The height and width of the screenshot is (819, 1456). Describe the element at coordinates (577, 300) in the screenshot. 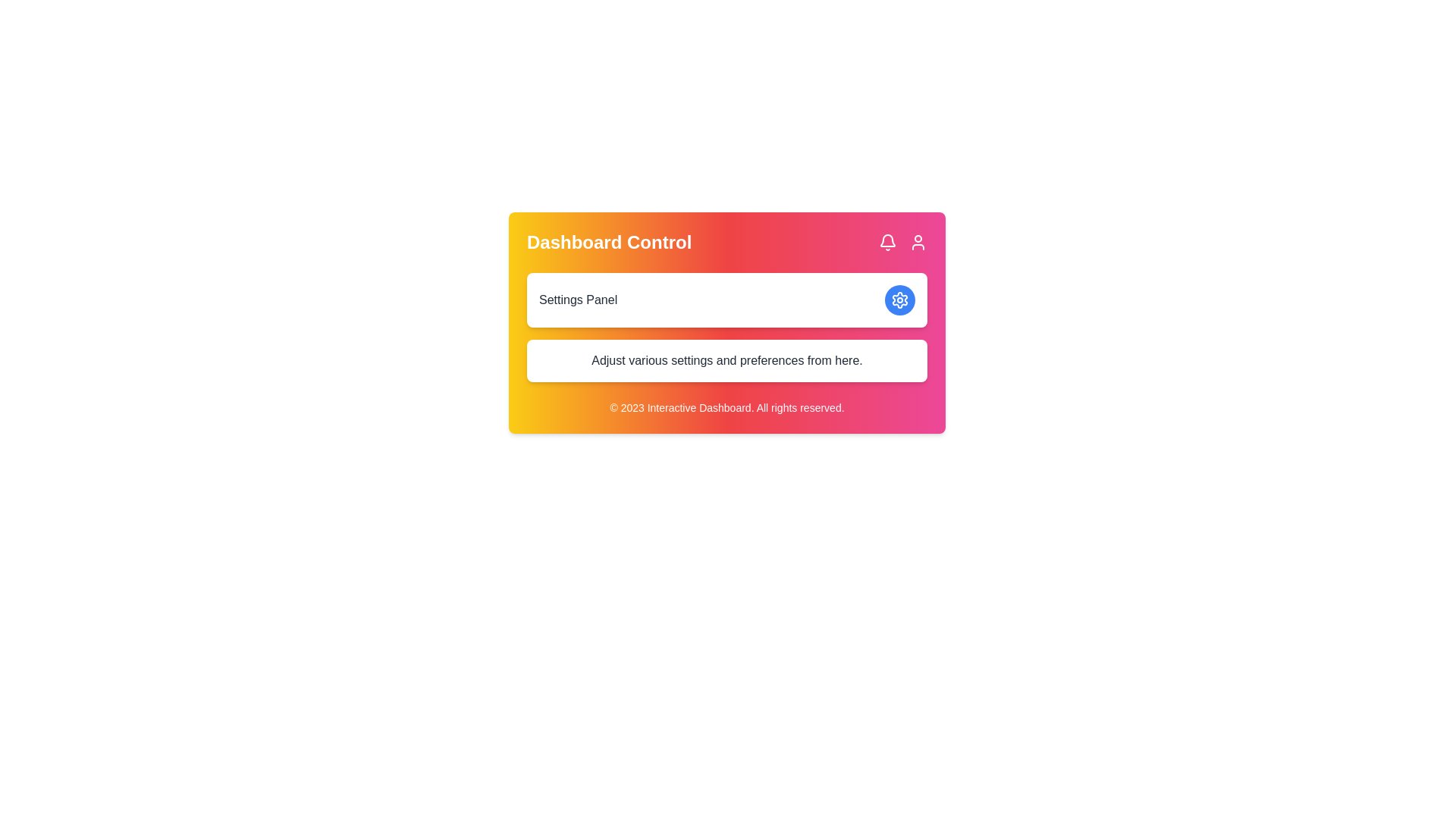

I see `the static text element that indicates the purpose or content of the accompanying section, located under the title 'Dashboard Control' and to the left of the blue circular button with a gear icon` at that location.